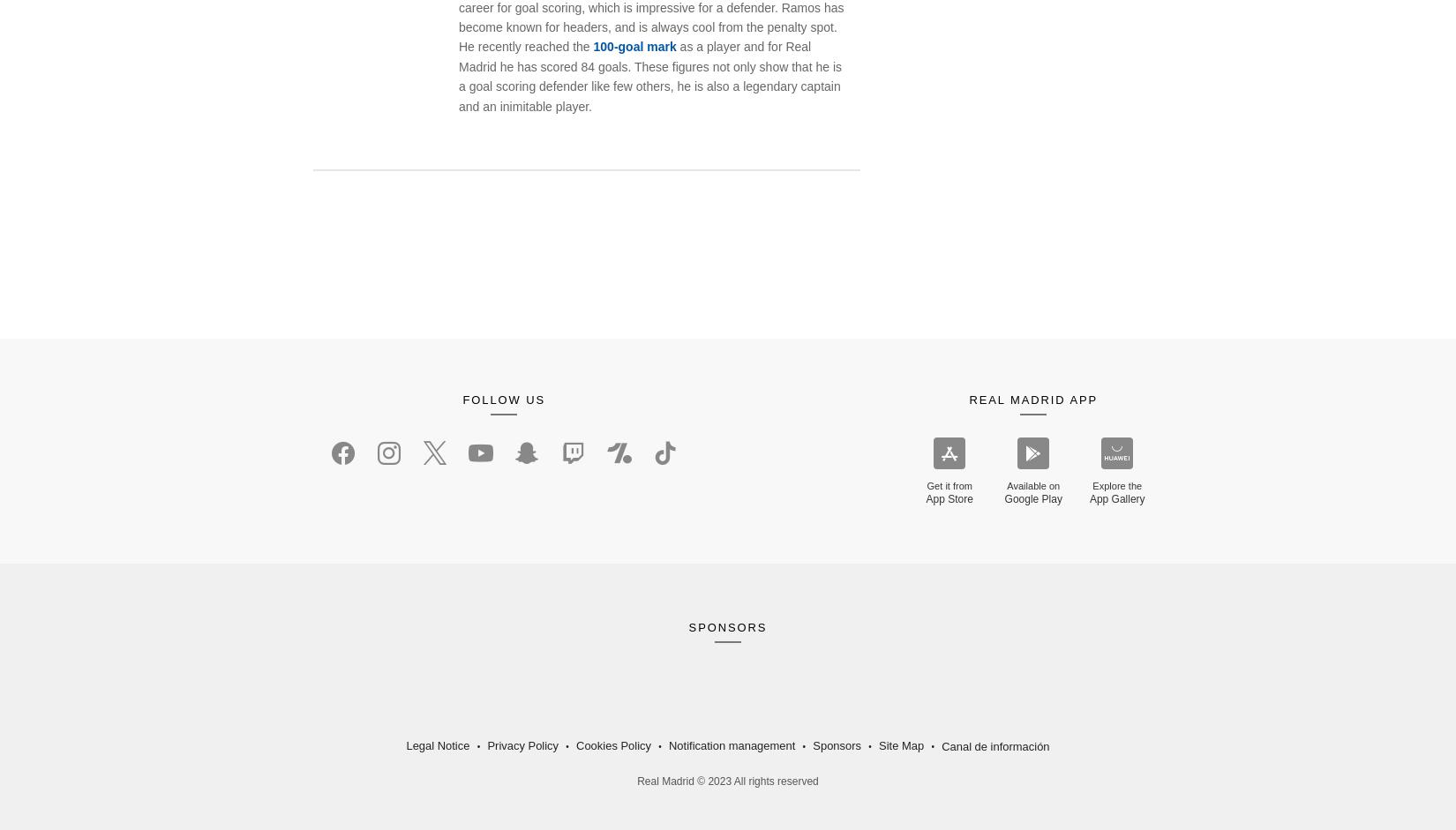 The height and width of the screenshot is (830, 1456). Describe the element at coordinates (436, 744) in the screenshot. I see `'Legal Notice'` at that location.